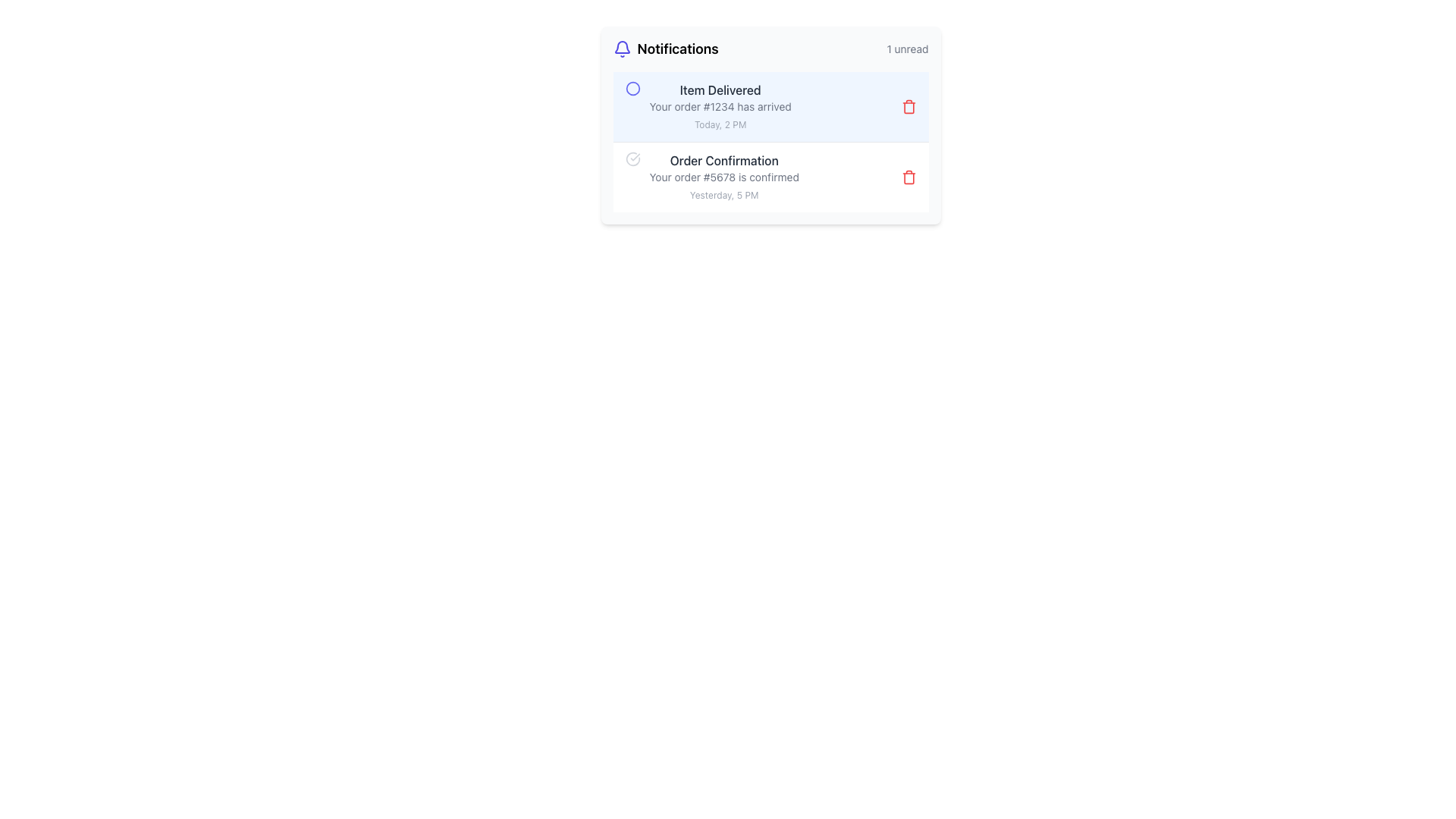  I want to click on the first notification item displaying 'Item Delivered', so click(708, 106).